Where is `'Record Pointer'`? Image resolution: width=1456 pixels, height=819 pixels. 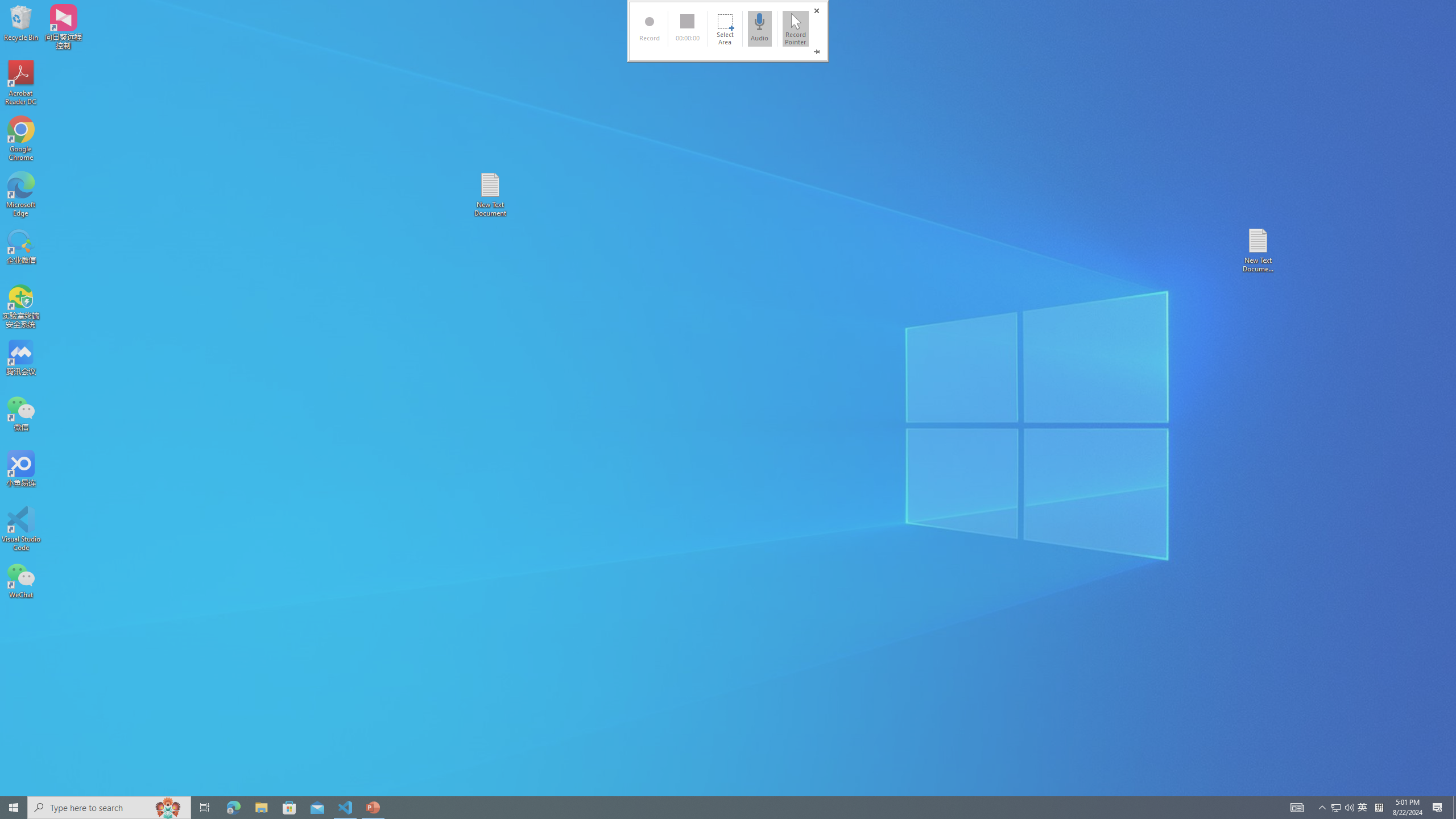 'Record Pointer' is located at coordinates (795, 28).